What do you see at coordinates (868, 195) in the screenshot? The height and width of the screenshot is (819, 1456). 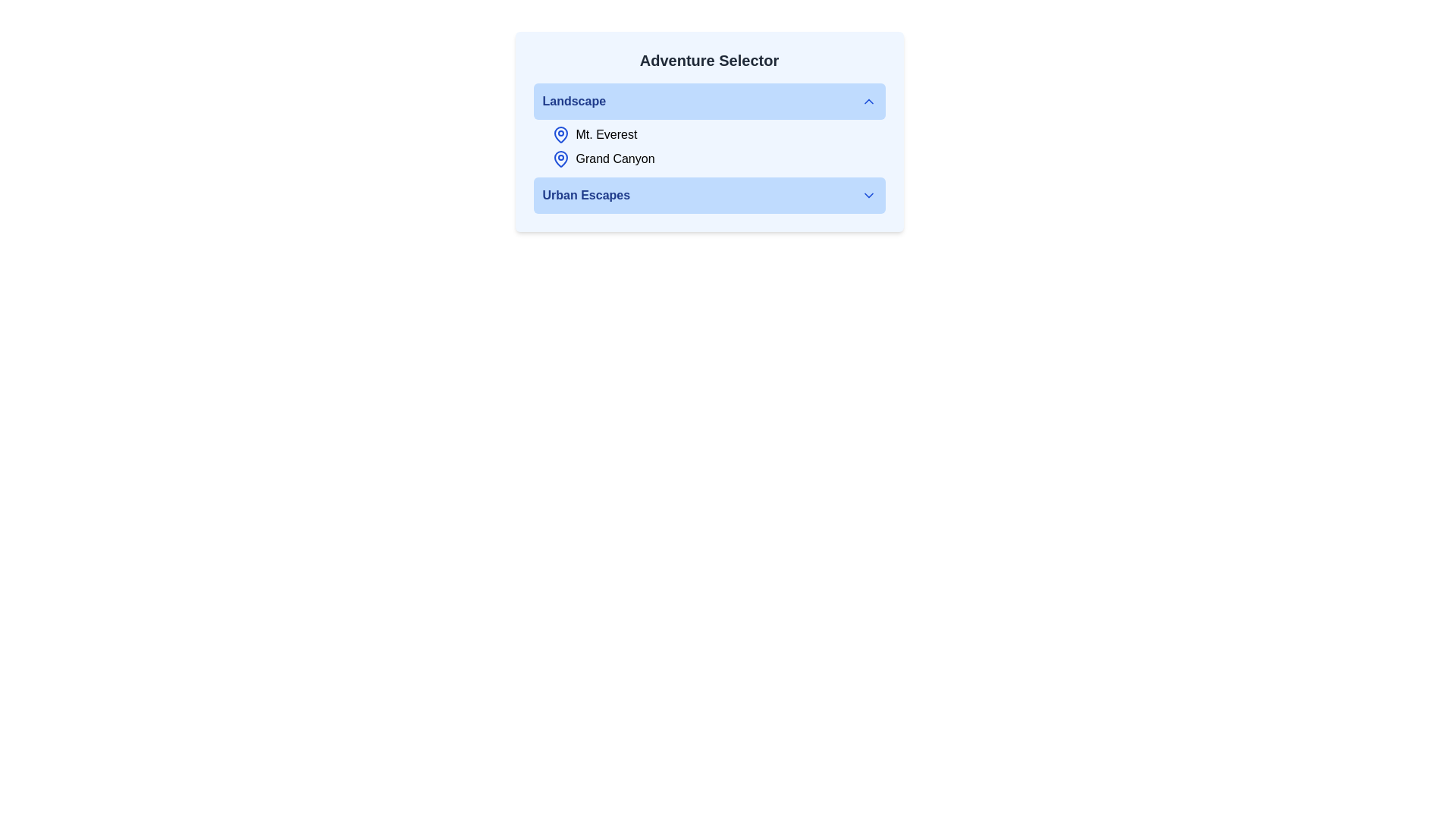 I see `the chevron-down icon on the right side of the 'Urban Escapes' button` at bounding box center [868, 195].